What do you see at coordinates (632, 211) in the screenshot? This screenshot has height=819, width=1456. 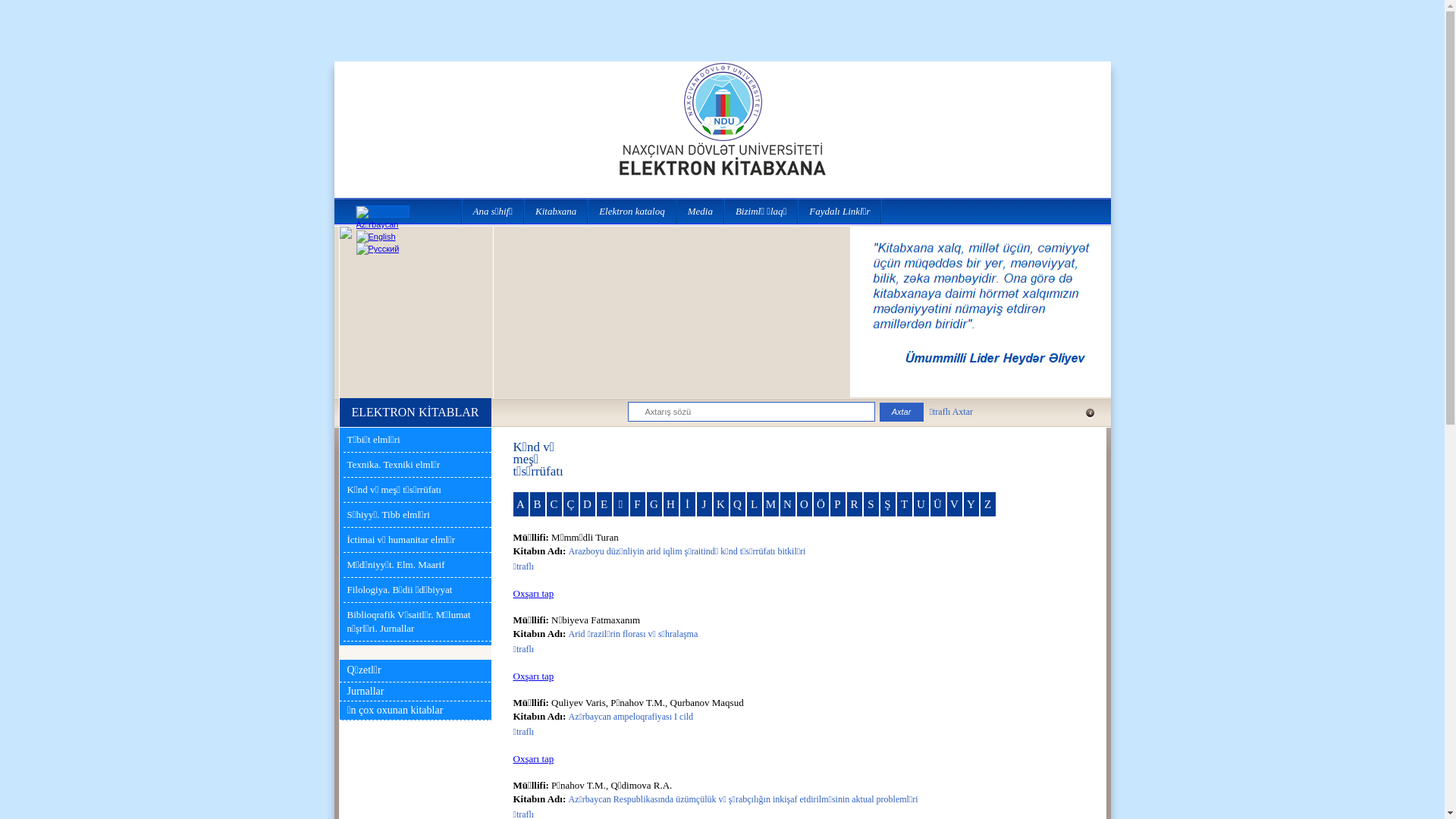 I see `'Elektron kataloq'` at bounding box center [632, 211].